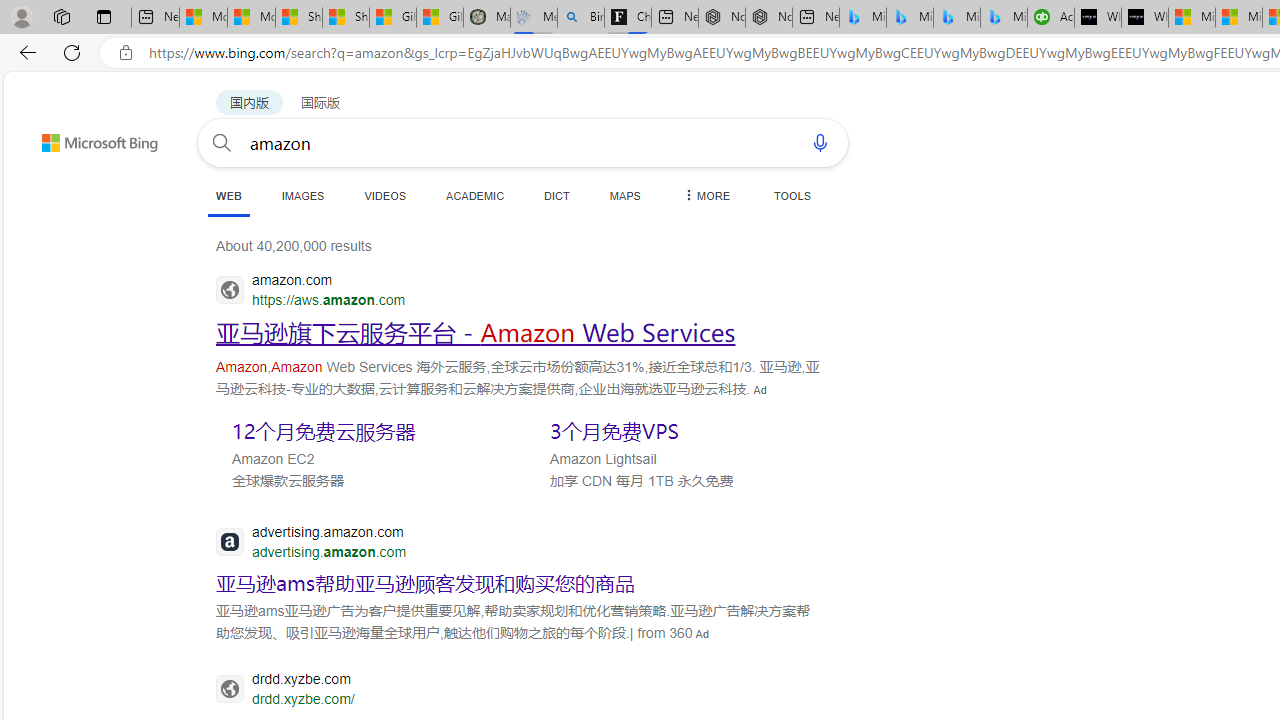 The height and width of the screenshot is (720, 1280). What do you see at coordinates (439, 17) in the screenshot?
I see `'Gilma and Hector both pose tropical trouble for Hawaii'` at bounding box center [439, 17].